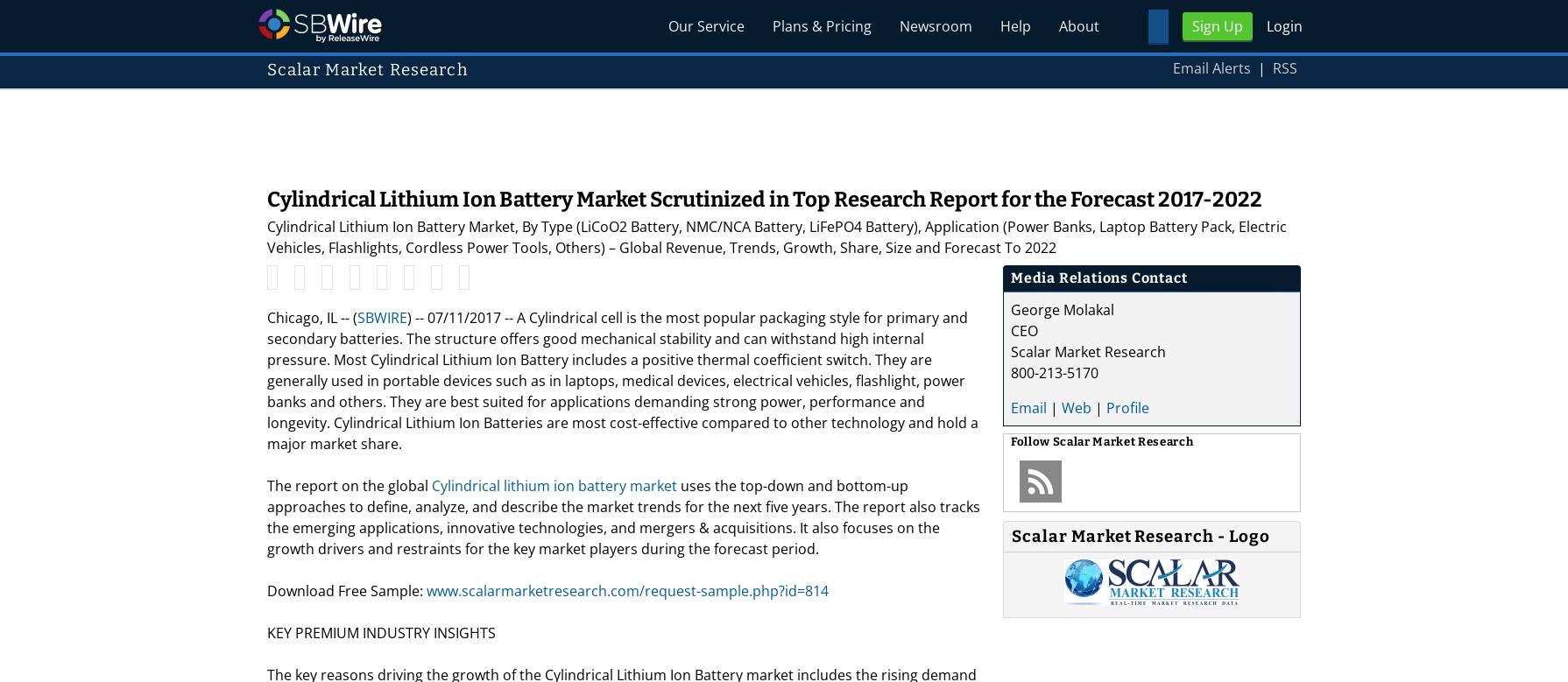 The height and width of the screenshot is (682, 1568). What do you see at coordinates (1011, 442) in the screenshot?
I see `'Follow'` at bounding box center [1011, 442].